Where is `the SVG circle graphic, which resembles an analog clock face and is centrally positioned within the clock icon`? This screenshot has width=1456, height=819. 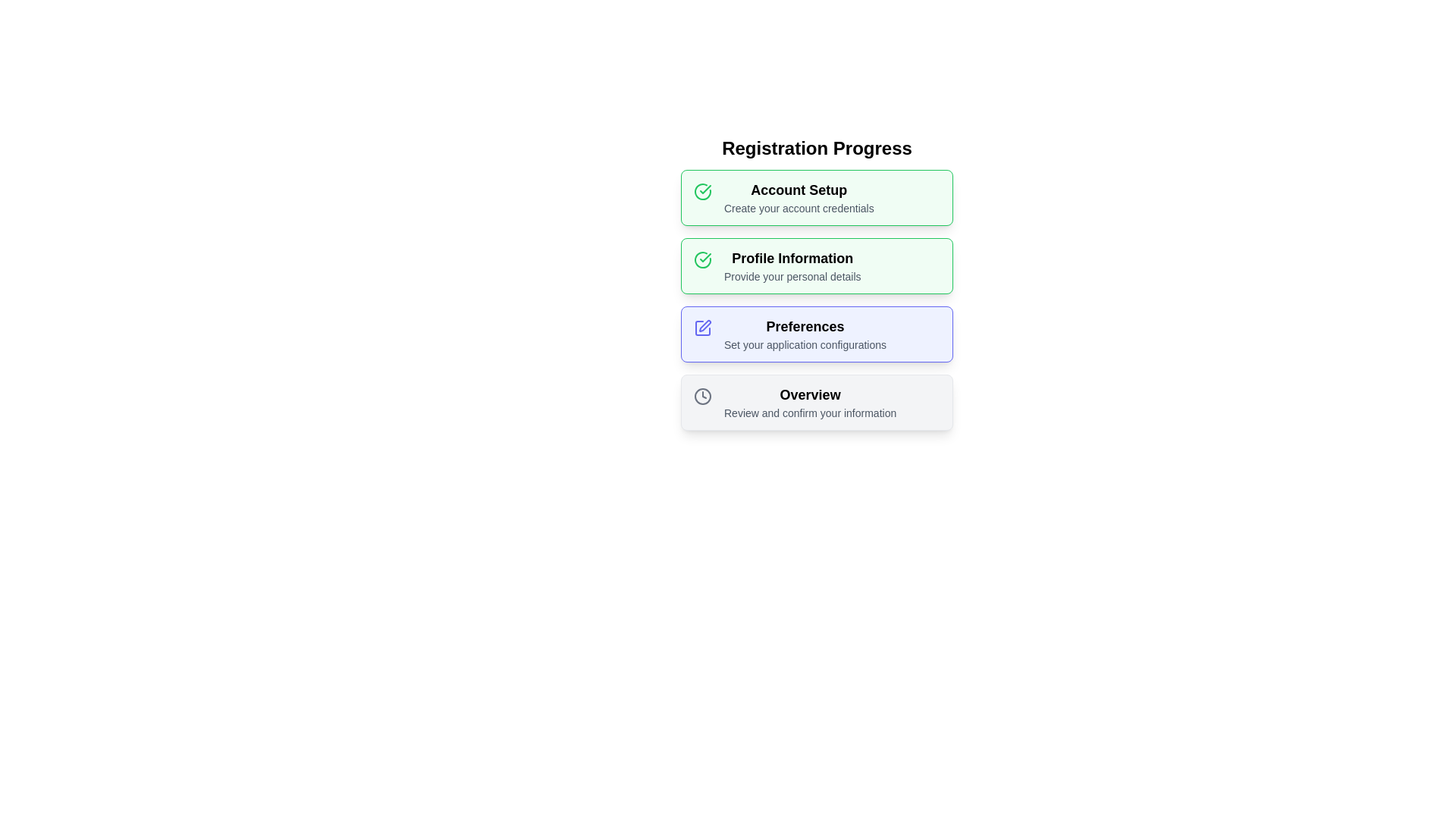 the SVG circle graphic, which resembles an analog clock face and is centrally positioned within the clock icon is located at coordinates (701, 396).